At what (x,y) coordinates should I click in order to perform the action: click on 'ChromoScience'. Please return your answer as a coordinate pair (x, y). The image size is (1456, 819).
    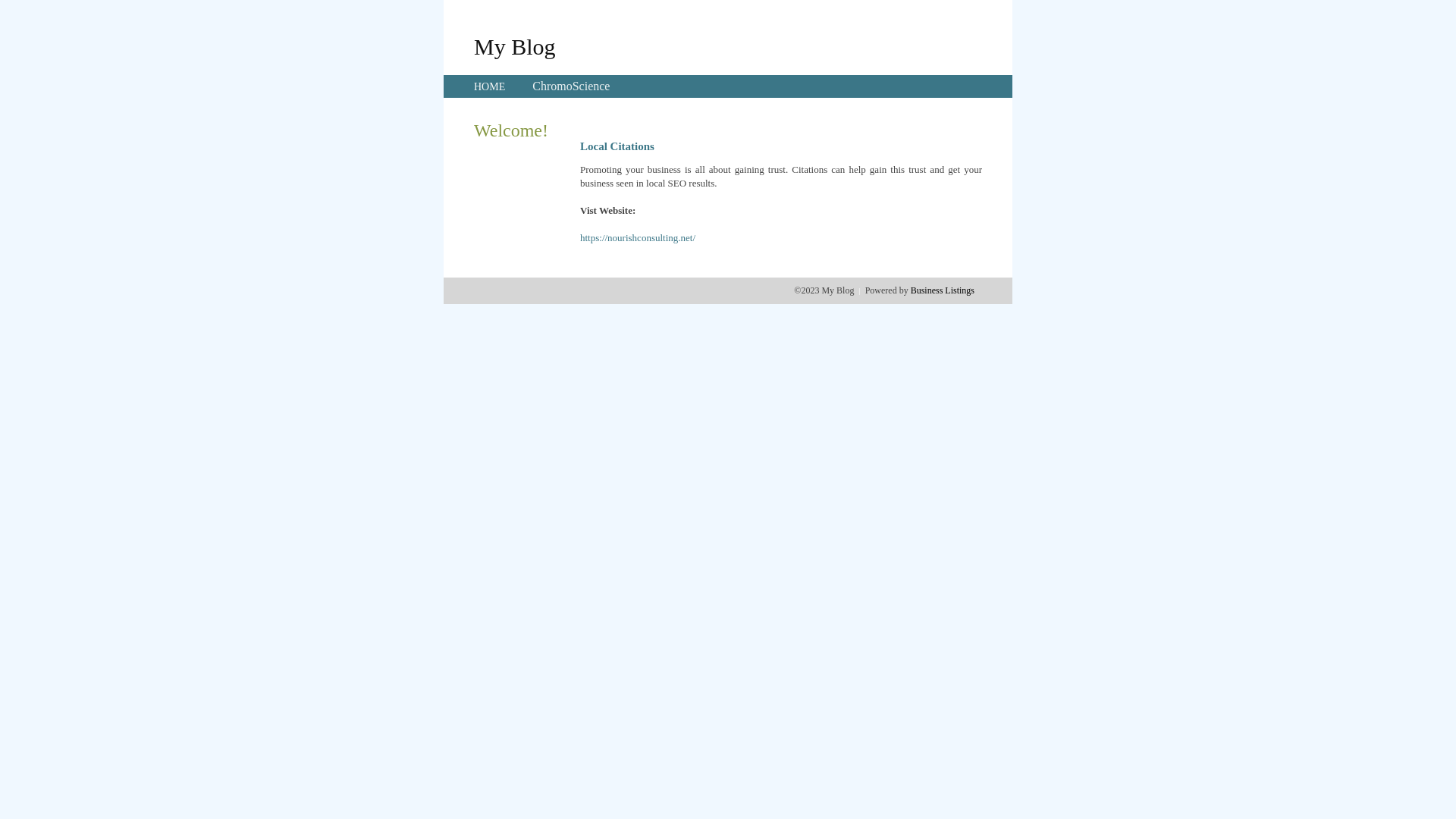
    Looking at the image, I should click on (532, 86).